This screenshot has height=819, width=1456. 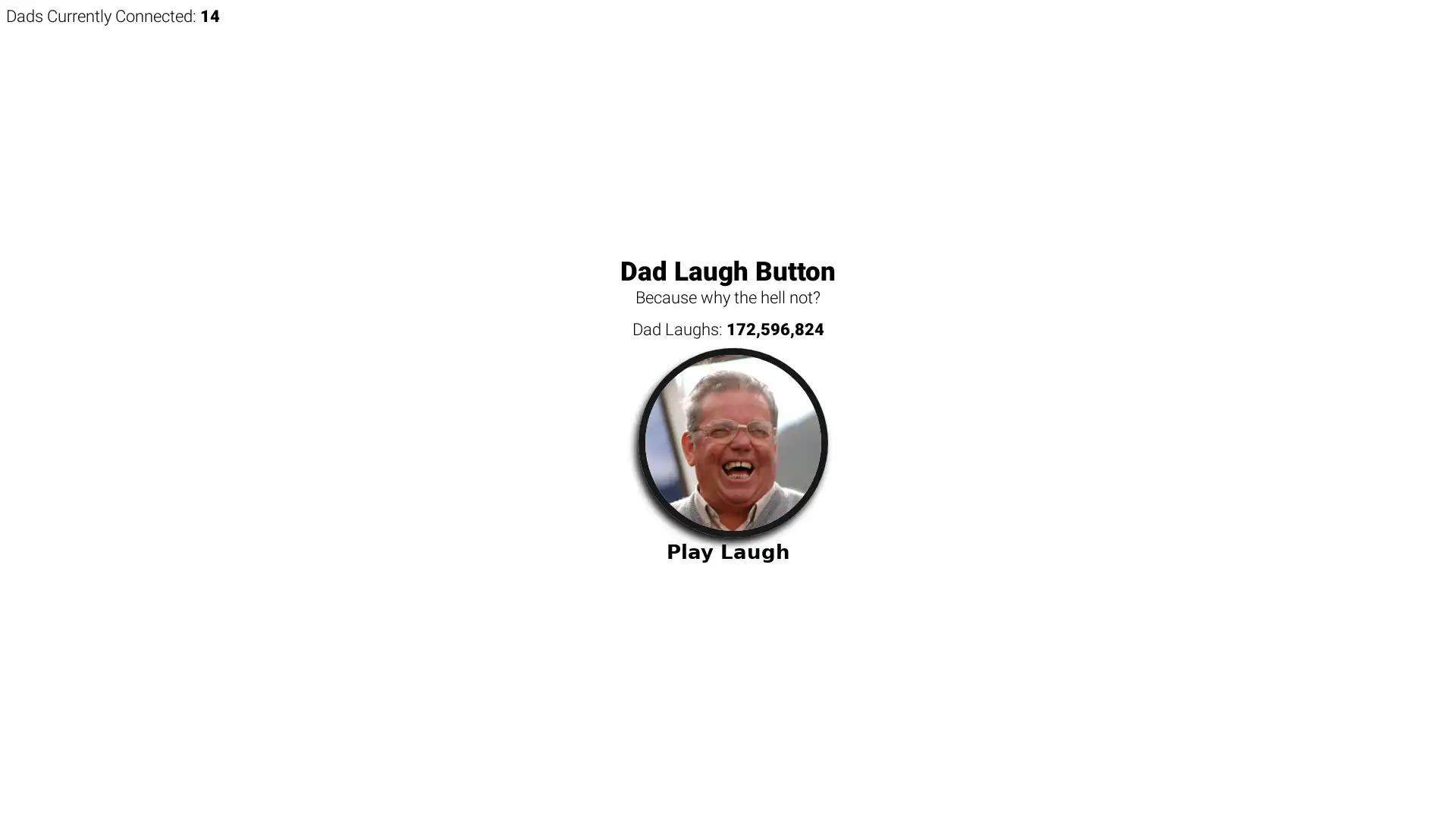 I want to click on Play Laugh, so click(x=728, y=456).